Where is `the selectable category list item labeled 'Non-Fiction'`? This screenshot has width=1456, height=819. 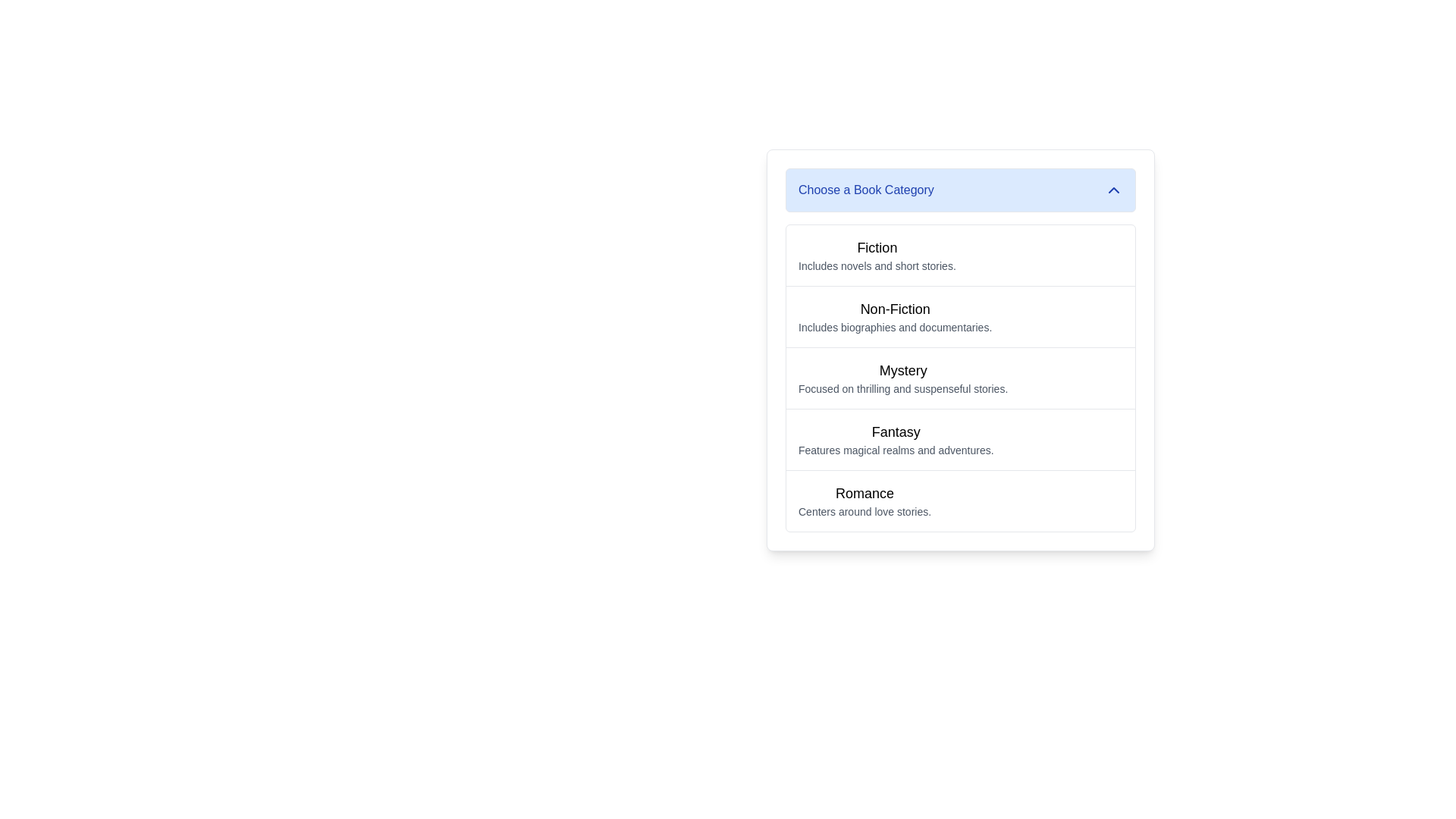
the selectable category list item labeled 'Non-Fiction' is located at coordinates (895, 315).